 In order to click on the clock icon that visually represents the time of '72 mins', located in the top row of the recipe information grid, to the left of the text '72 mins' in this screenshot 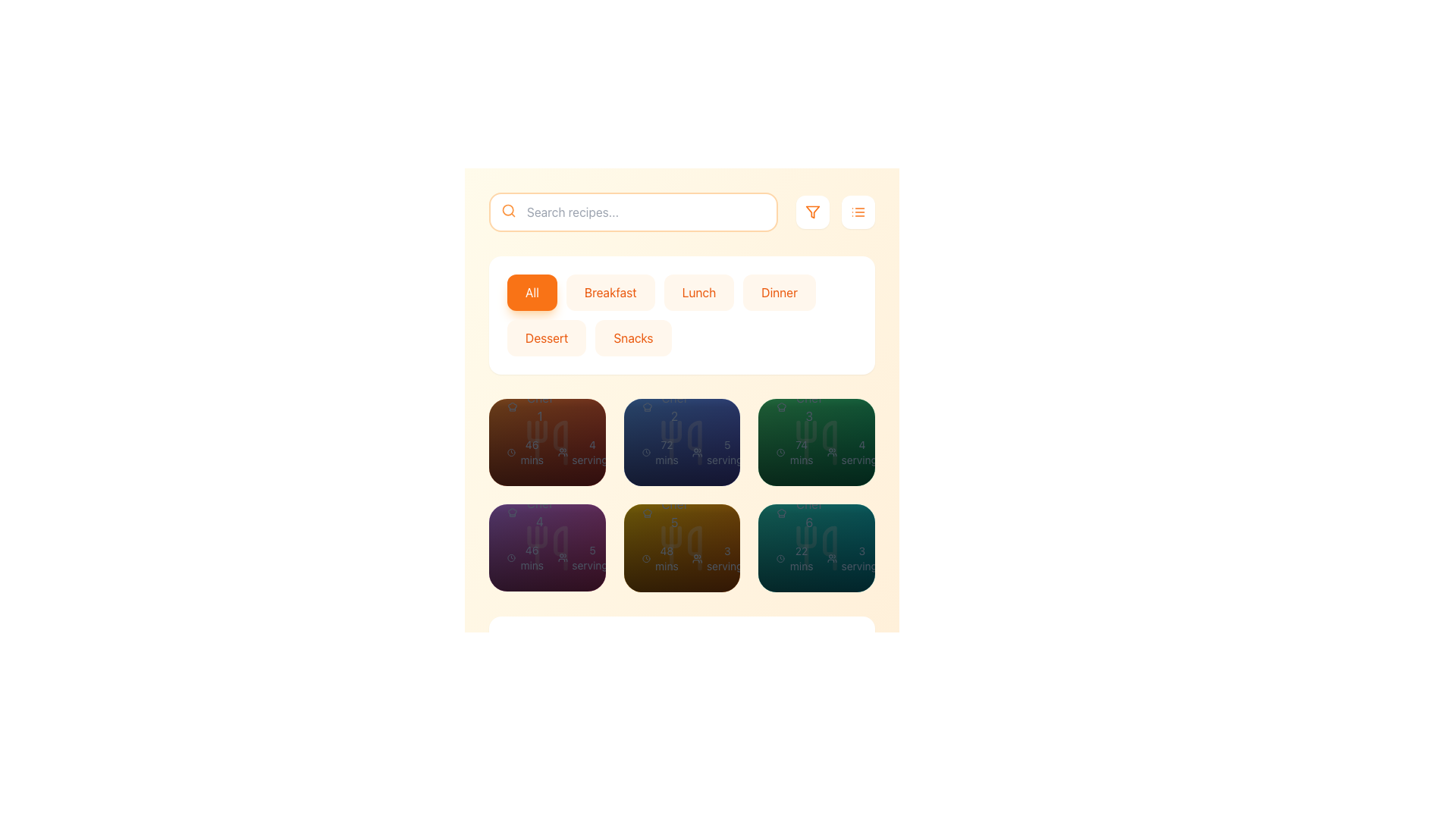, I will do `click(646, 452)`.